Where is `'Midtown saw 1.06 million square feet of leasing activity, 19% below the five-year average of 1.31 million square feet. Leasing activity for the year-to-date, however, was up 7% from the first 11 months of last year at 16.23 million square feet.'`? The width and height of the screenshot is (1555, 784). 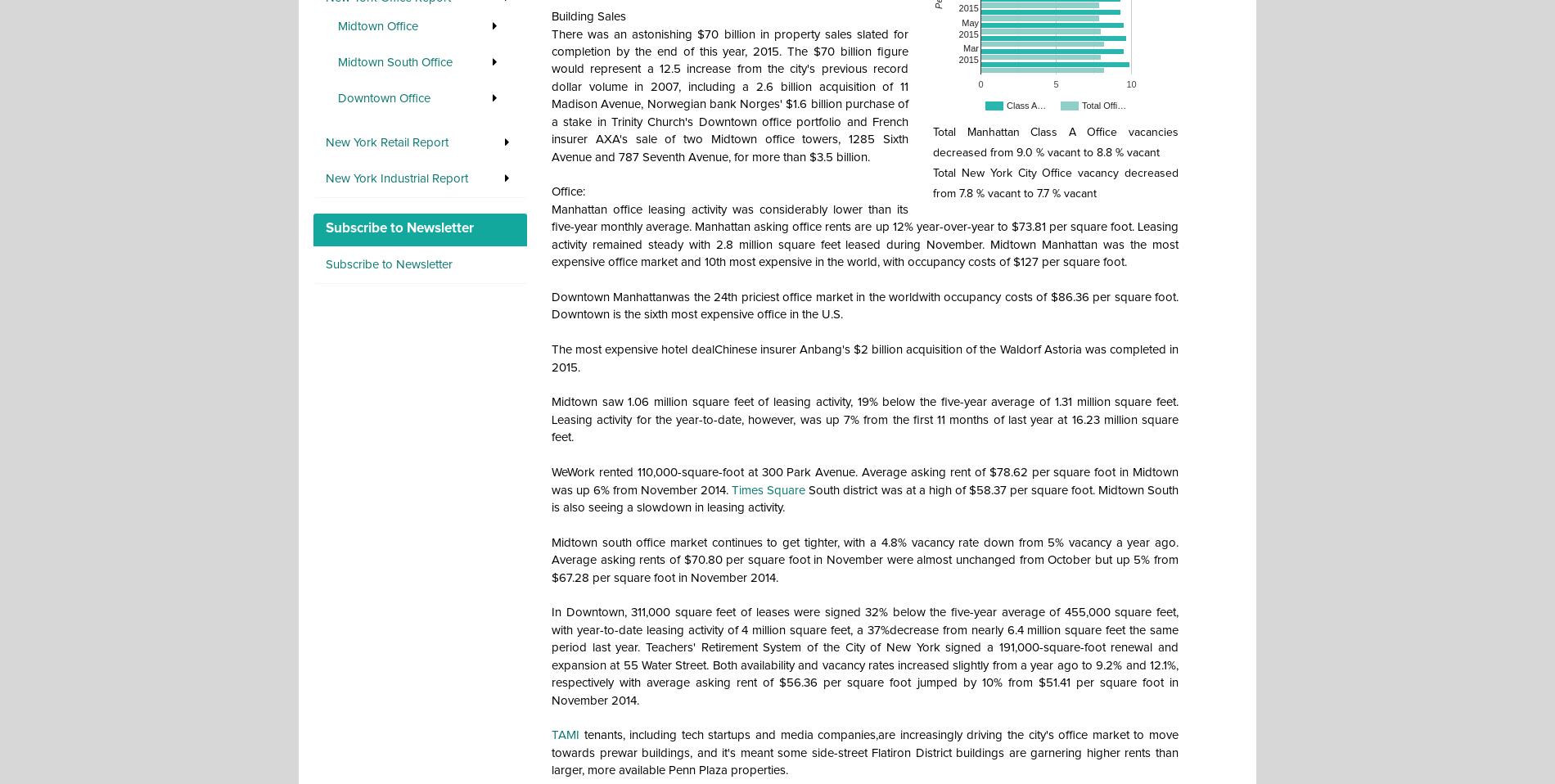 'Midtown saw 1.06 million square feet of leasing activity, 19% below the five-year average of 1.31 million square feet. Leasing activity for the year-to-date, however, was up 7% from the first 11 months of last year at 16.23 million square feet.' is located at coordinates (864, 419).